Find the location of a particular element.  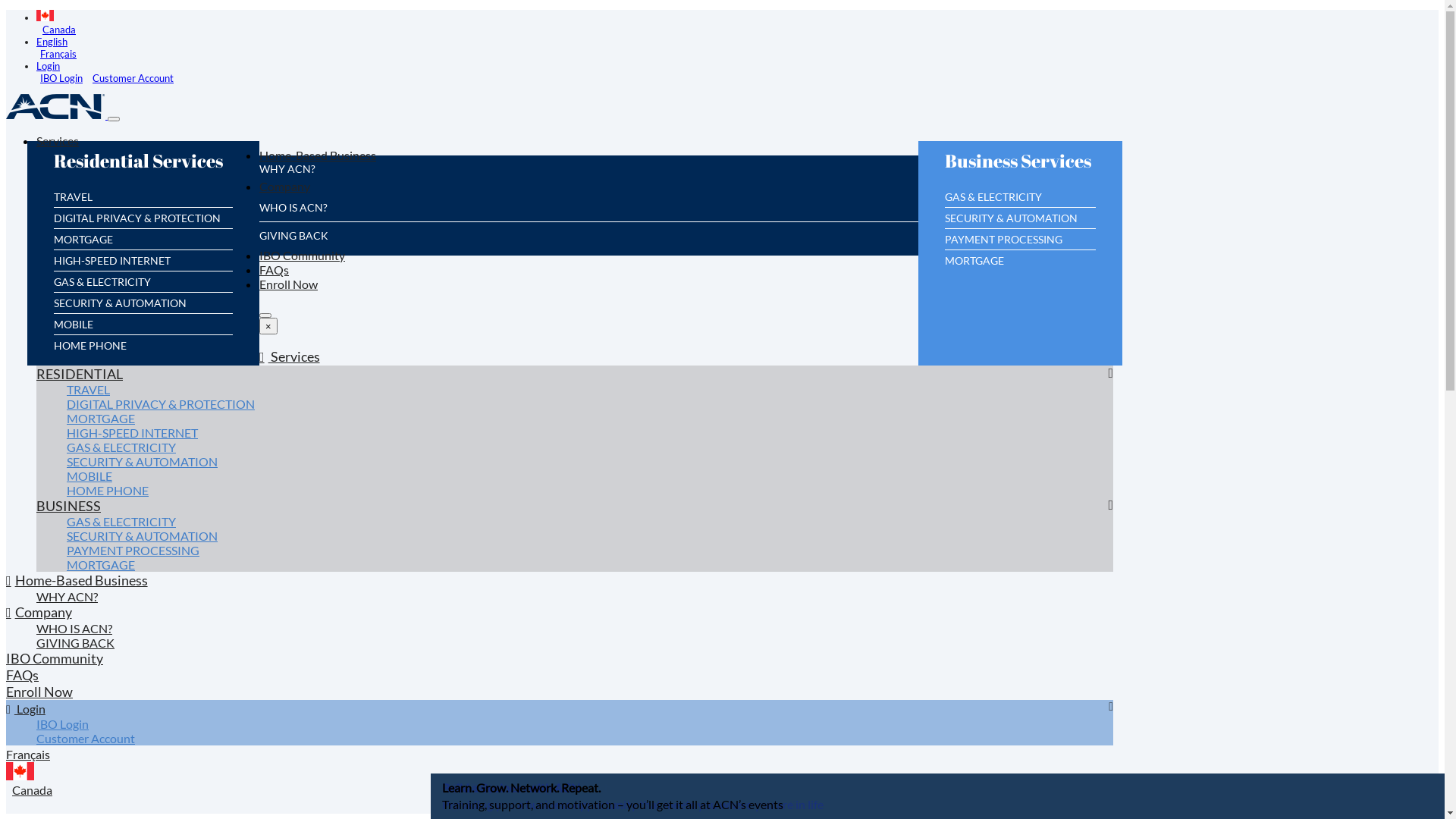

'IBO Login' is located at coordinates (61, 728).